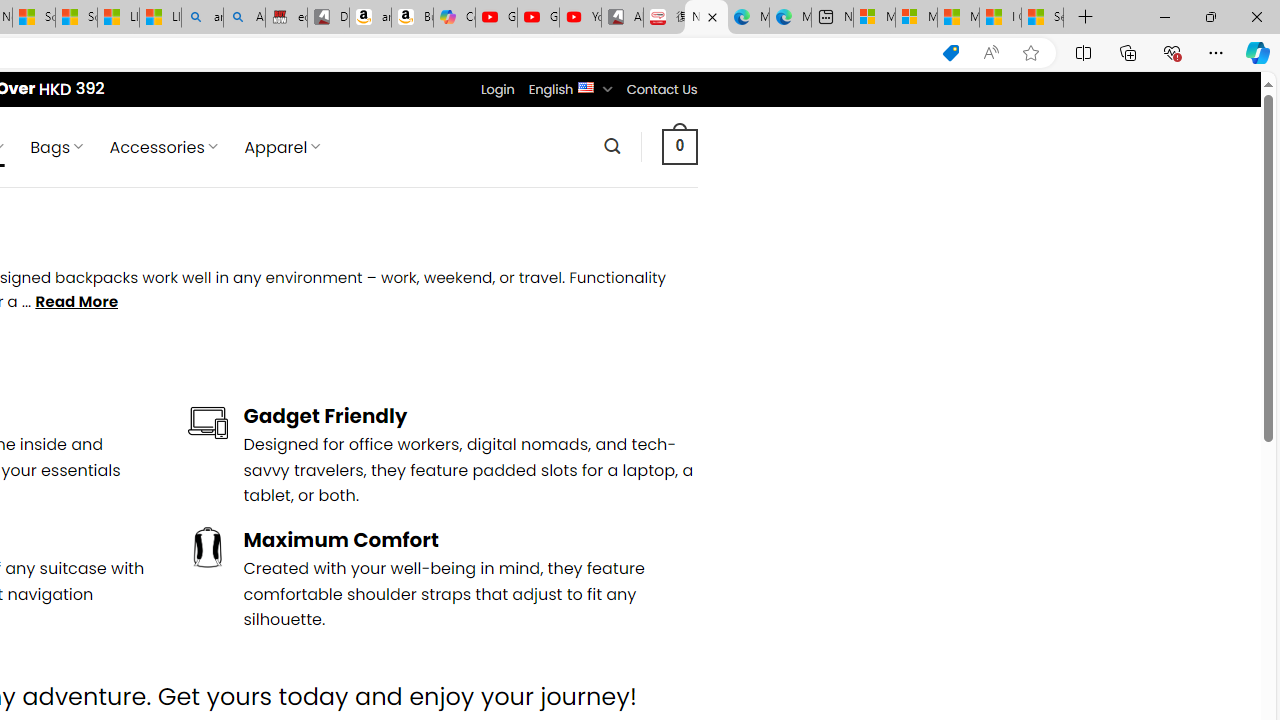 The height and width of the screenshot is (720, 1280). What do you see at coordinates (621, 17) in the screenshot?
I see `'All Cubot phones'` at bounding box center [621, 17].